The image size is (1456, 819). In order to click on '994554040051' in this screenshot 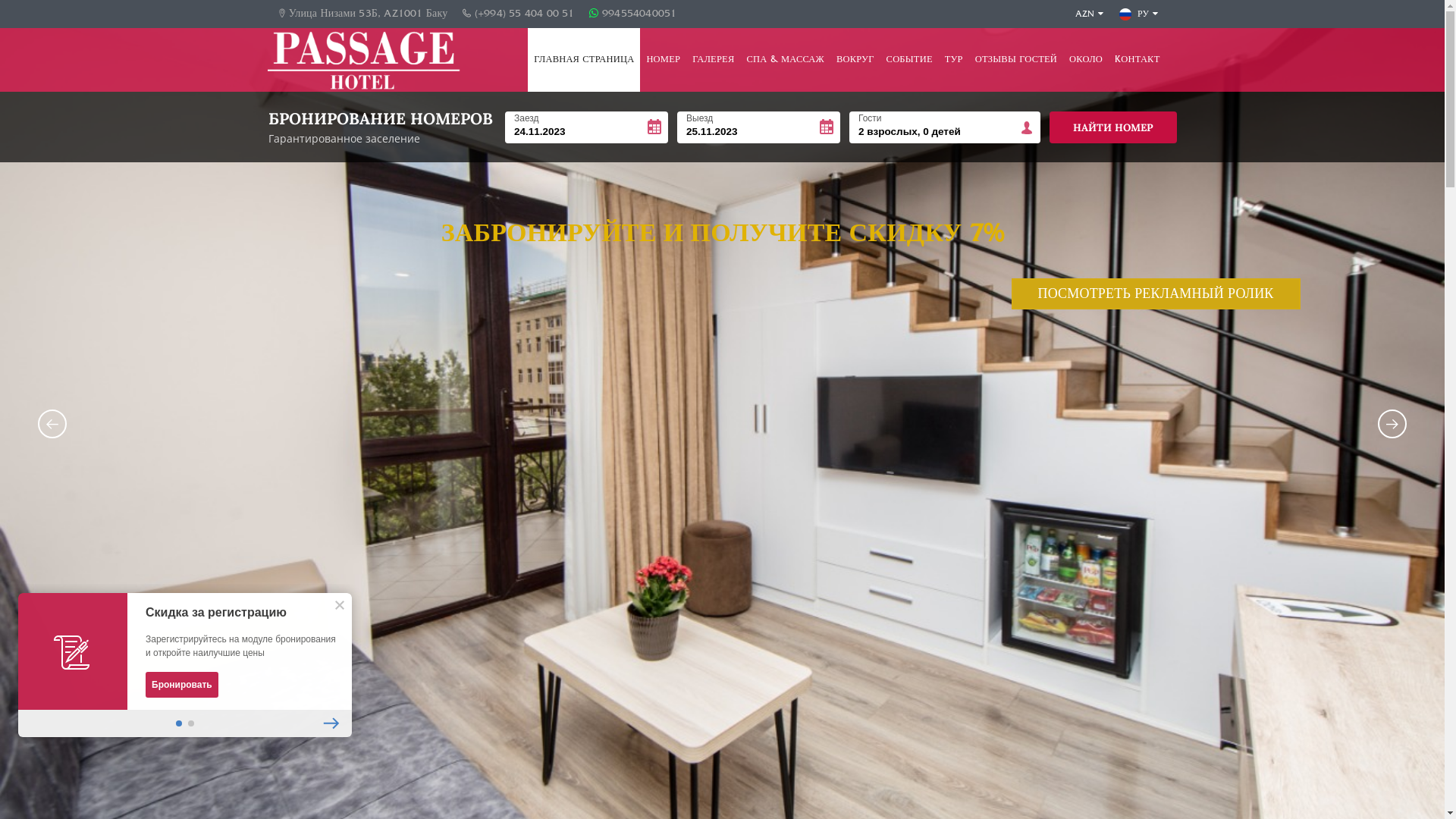, I will do `click(633, 13)`.